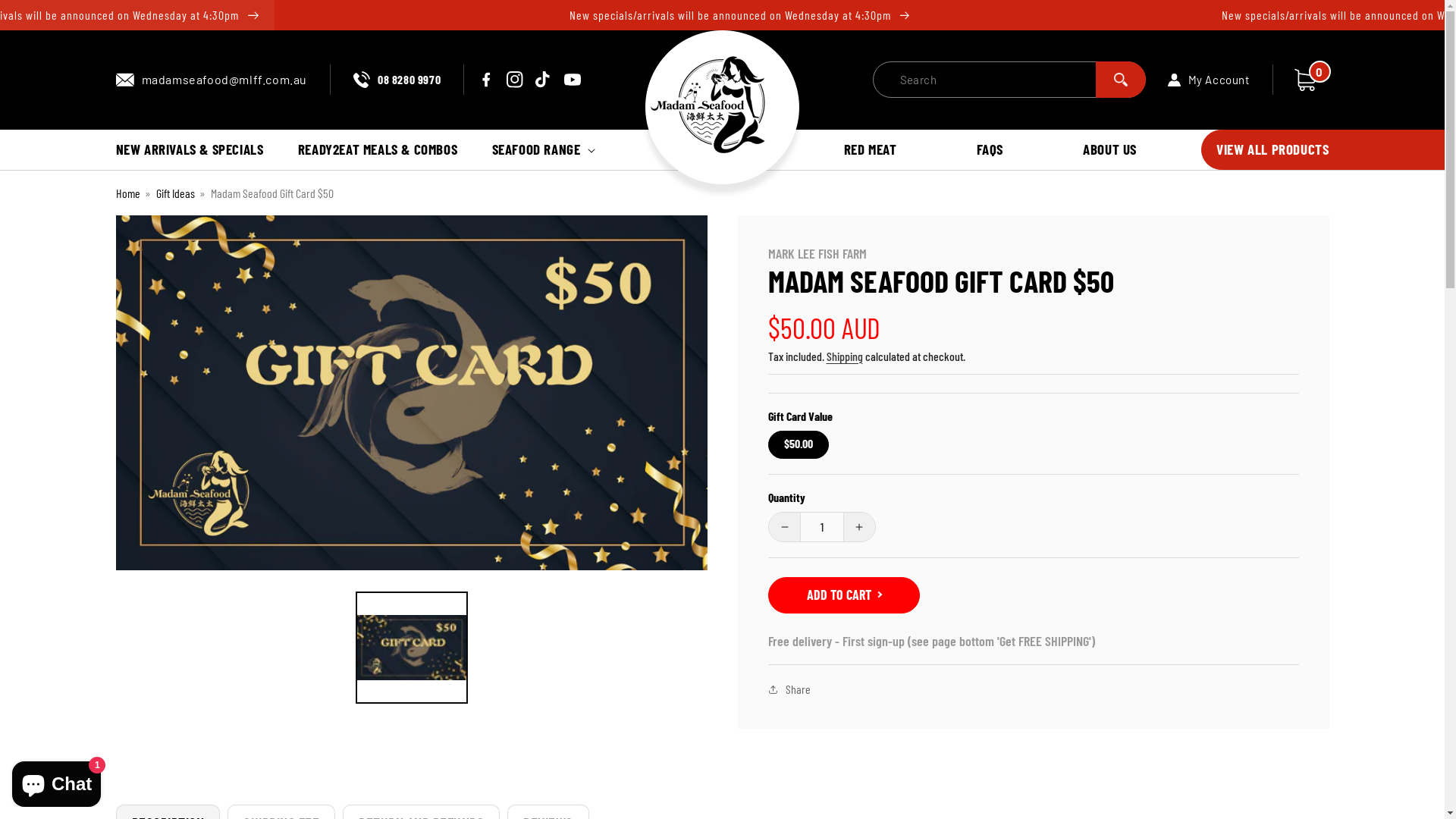 This screenshot has width=1456, height=819. I want to click on 'Home', so click(127, 192).